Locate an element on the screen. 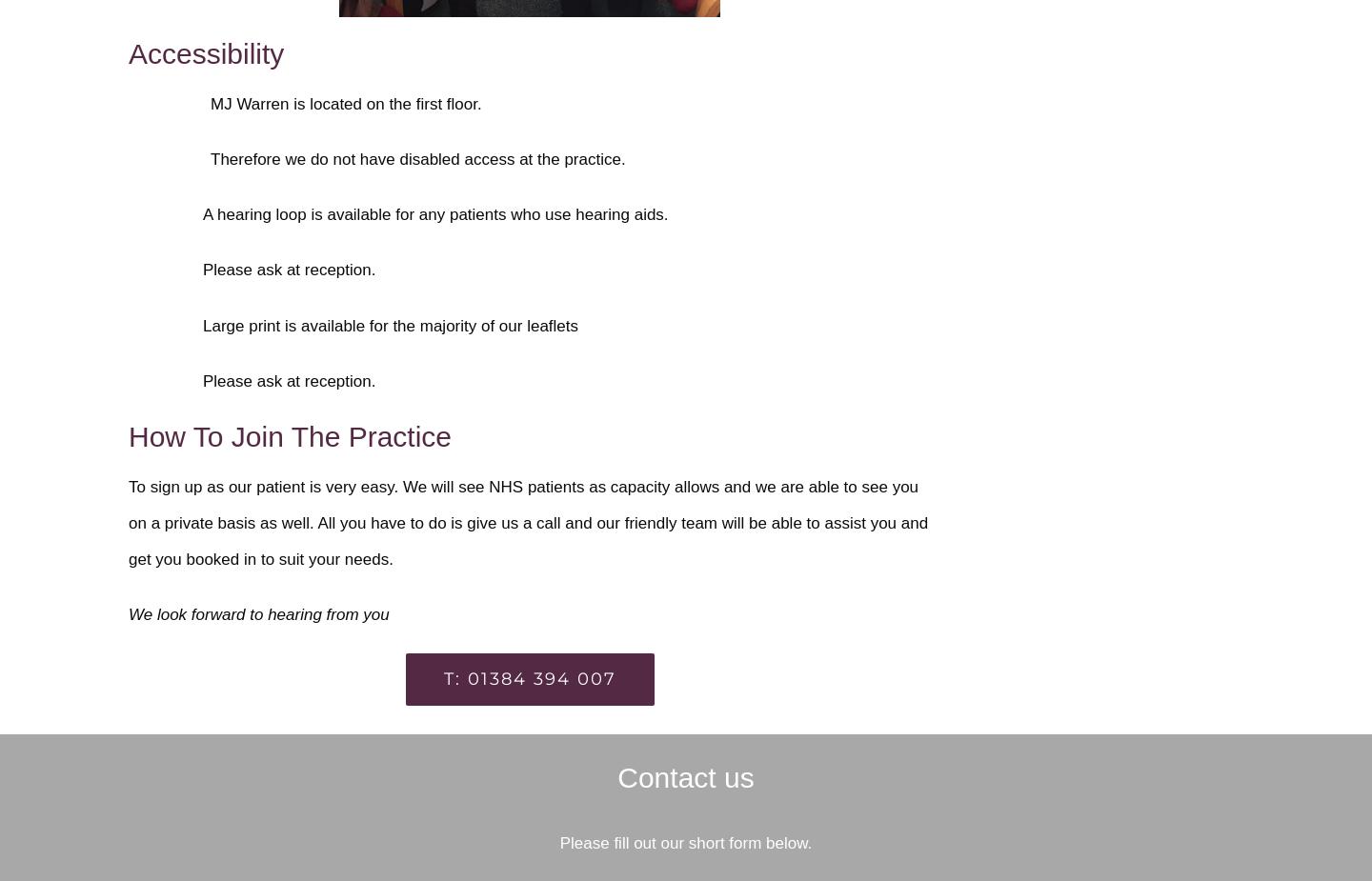  'Contact us' is located at coordinates (685, 777).